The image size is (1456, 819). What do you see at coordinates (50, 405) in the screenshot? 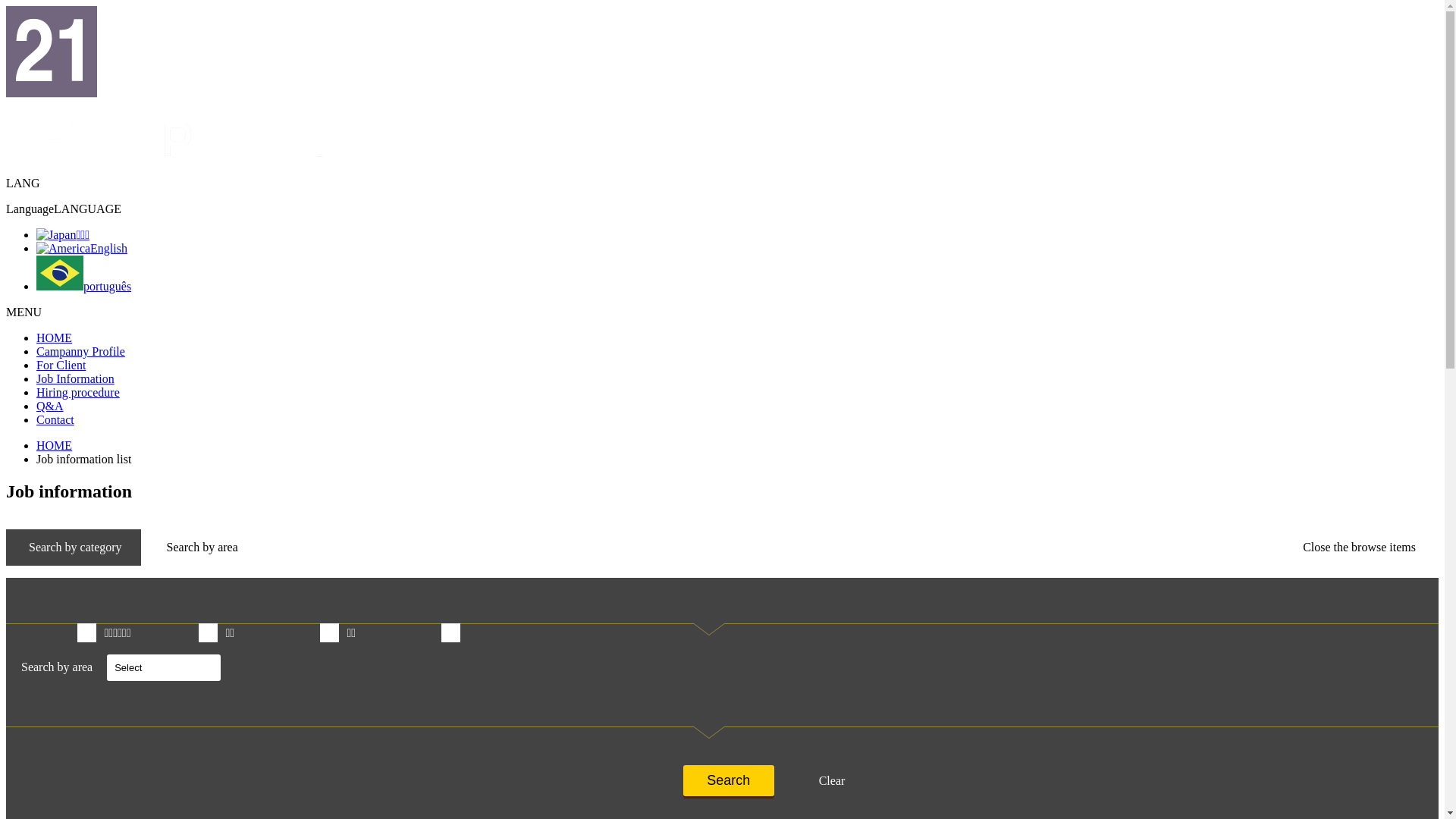
I see `'Q&A'` at bounding box center [50, 405].